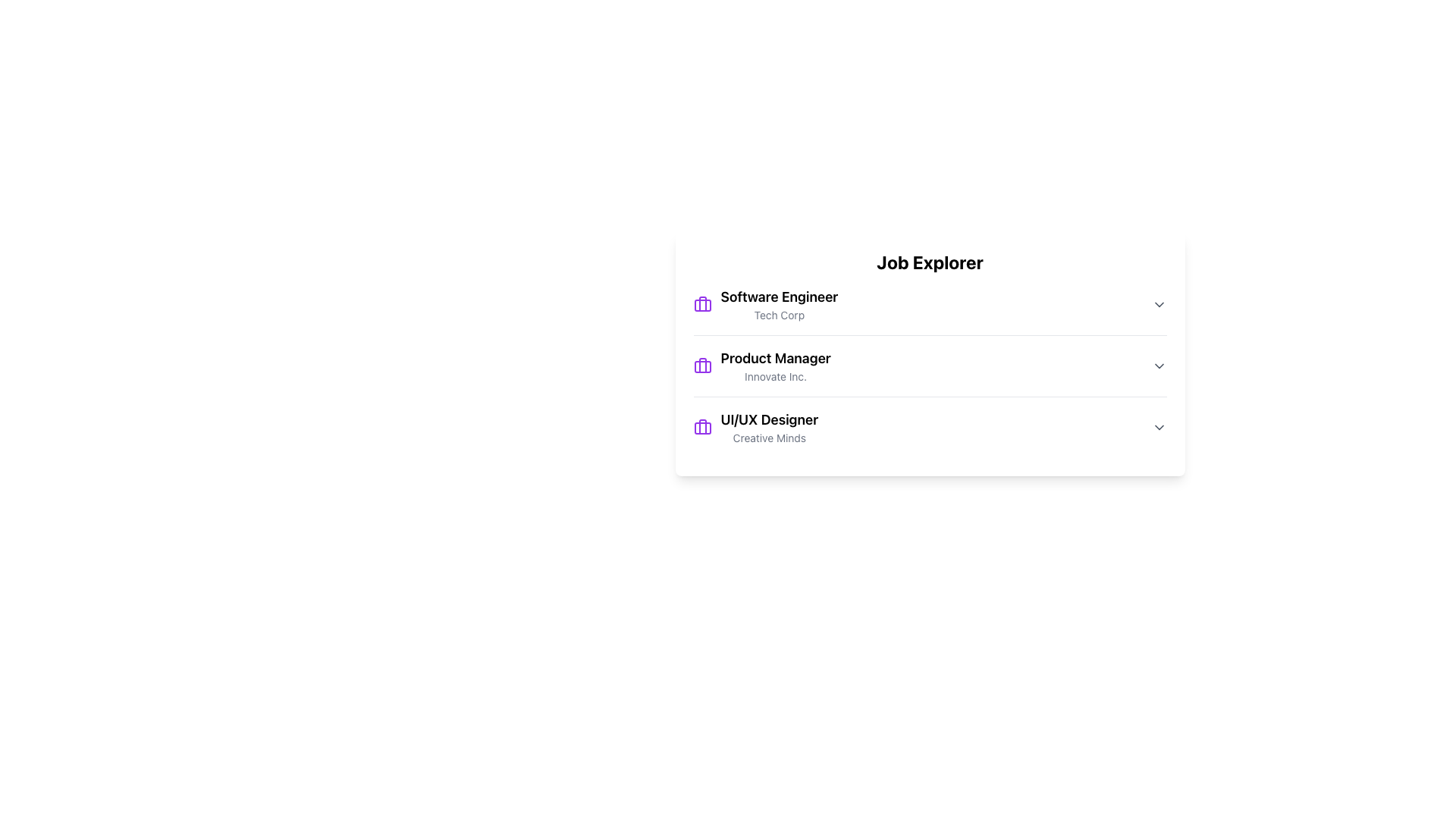  What do you see at coordinates (765, 304) in the screenshot?
I see `the first list item representing the Software Engineer position at Tech Corp under the 'Job Explorer' heading` at bounding box center [765, 304].